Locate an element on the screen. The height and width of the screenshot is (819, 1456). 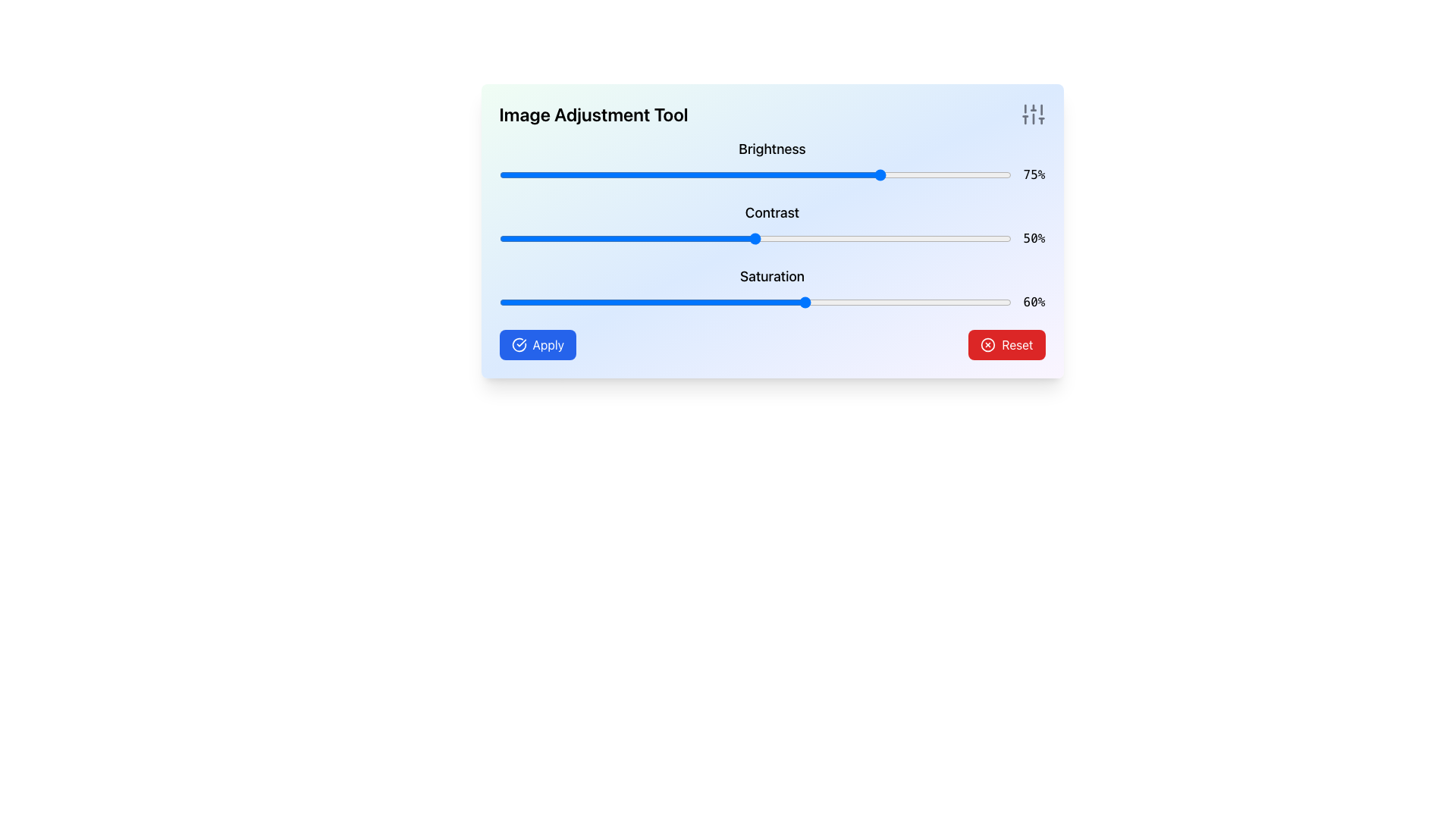
the decorative icon located on the left side of the 'Apply' button text within a blue rounded rectangle button in the bottom-left section of the interface is located at coordinates (519, 345).